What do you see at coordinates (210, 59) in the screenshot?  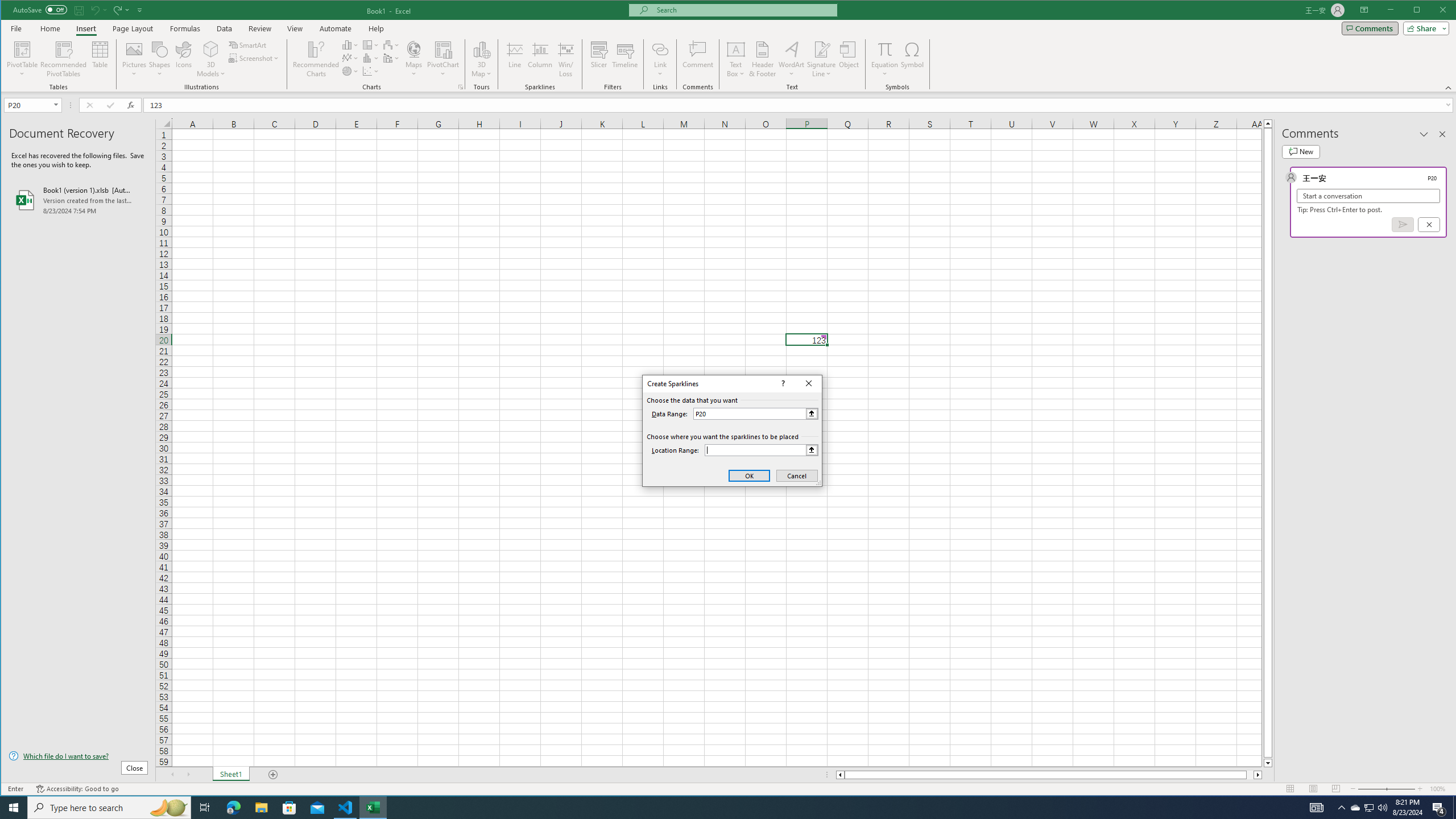 I see `'3D Models'` at bounding box center [210, 59].